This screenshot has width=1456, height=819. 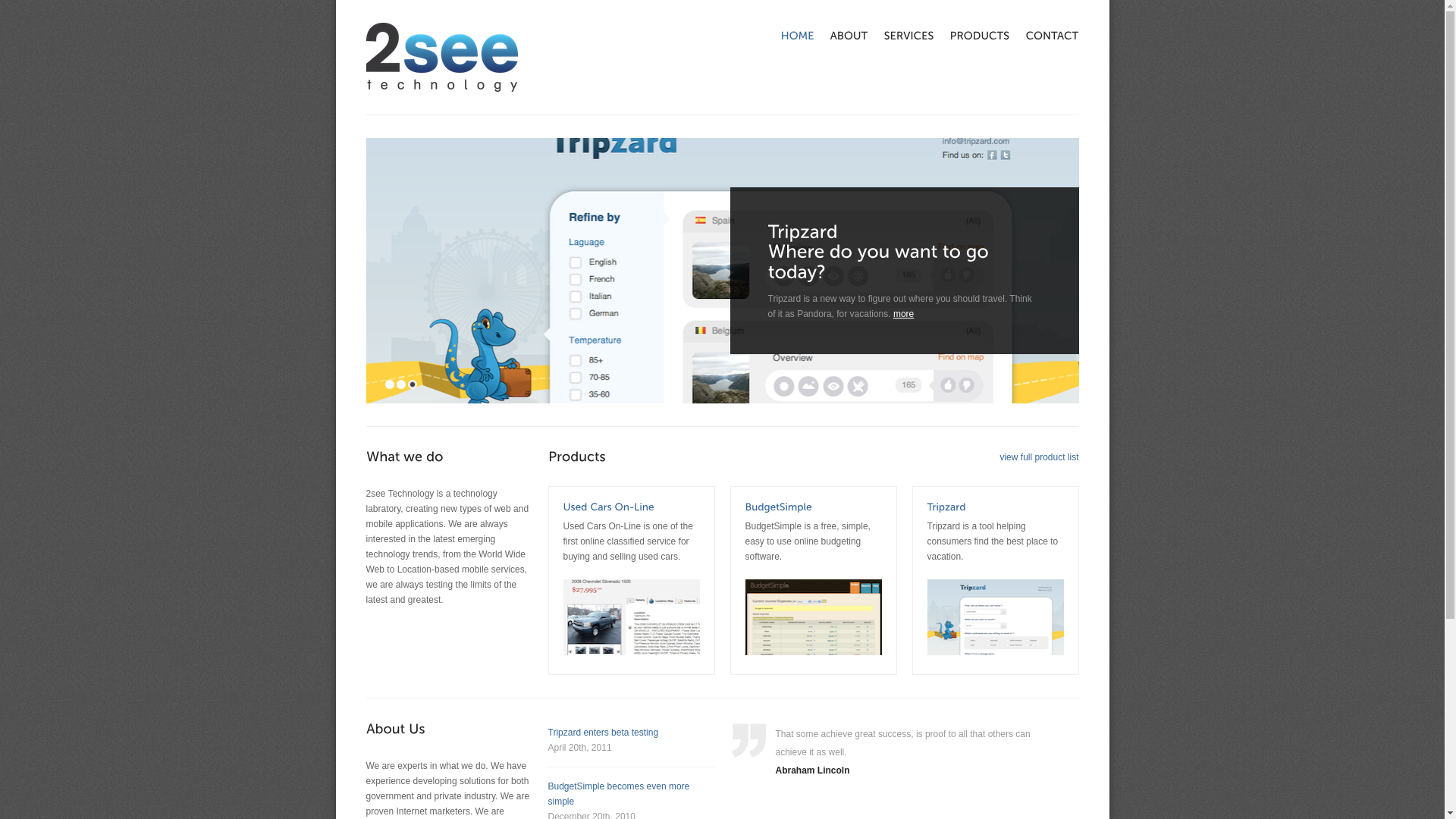 What do you see at coordinates (546, 792) in the screenshot?
I see `'BudgetSimple becomes even more simple'` at bounding box center [546, 792].